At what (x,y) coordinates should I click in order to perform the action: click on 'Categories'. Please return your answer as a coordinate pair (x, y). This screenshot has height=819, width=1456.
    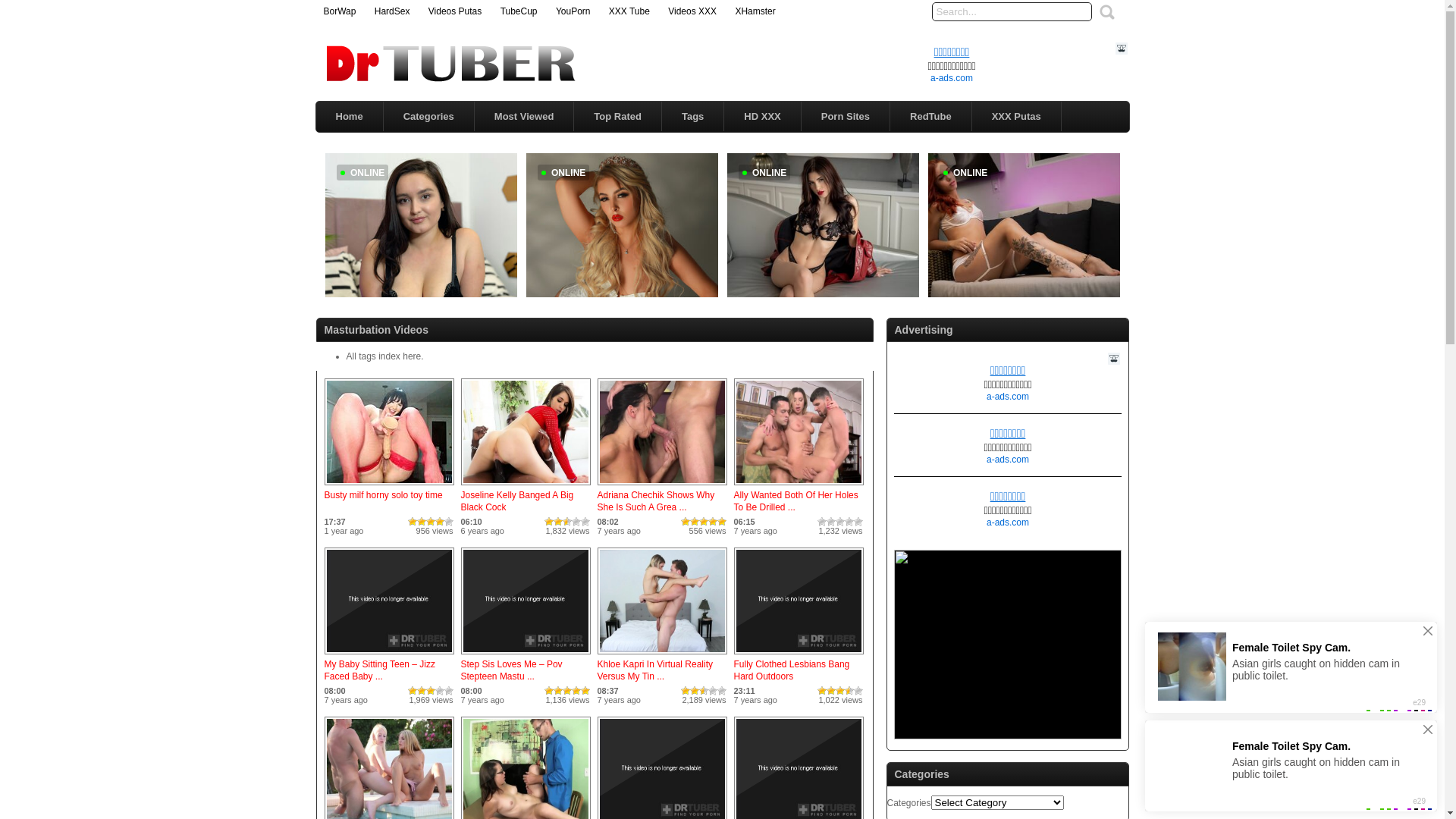
    Looking at the image, I should click on (428, 115).